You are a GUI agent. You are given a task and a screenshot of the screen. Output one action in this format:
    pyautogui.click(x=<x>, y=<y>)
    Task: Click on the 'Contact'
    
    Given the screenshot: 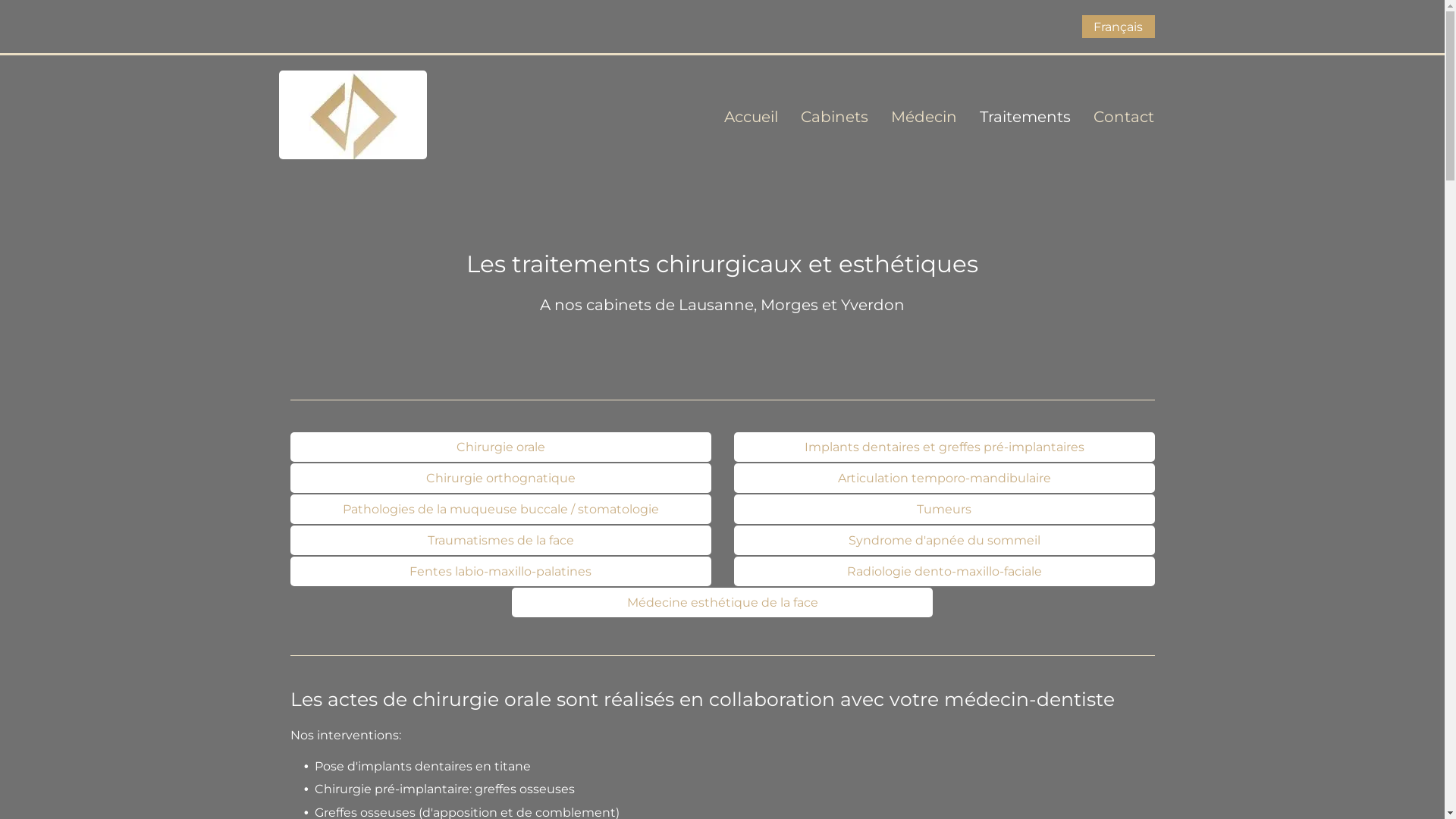 What is the action you would take?
    pyautogui.click(x=1112, y=116)
    